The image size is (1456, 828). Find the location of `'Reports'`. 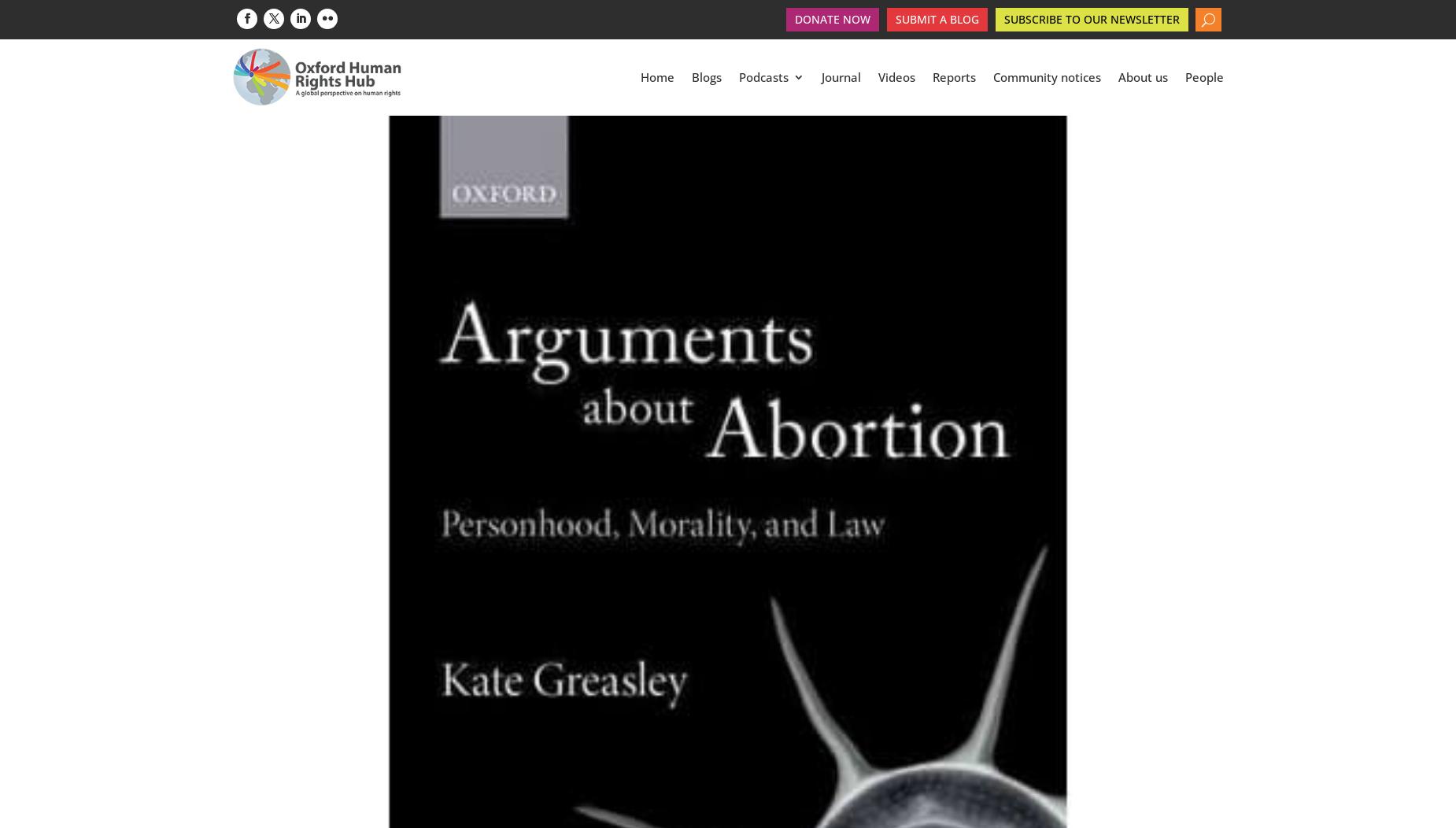

'Reports' is located at coordinates (953, 79).